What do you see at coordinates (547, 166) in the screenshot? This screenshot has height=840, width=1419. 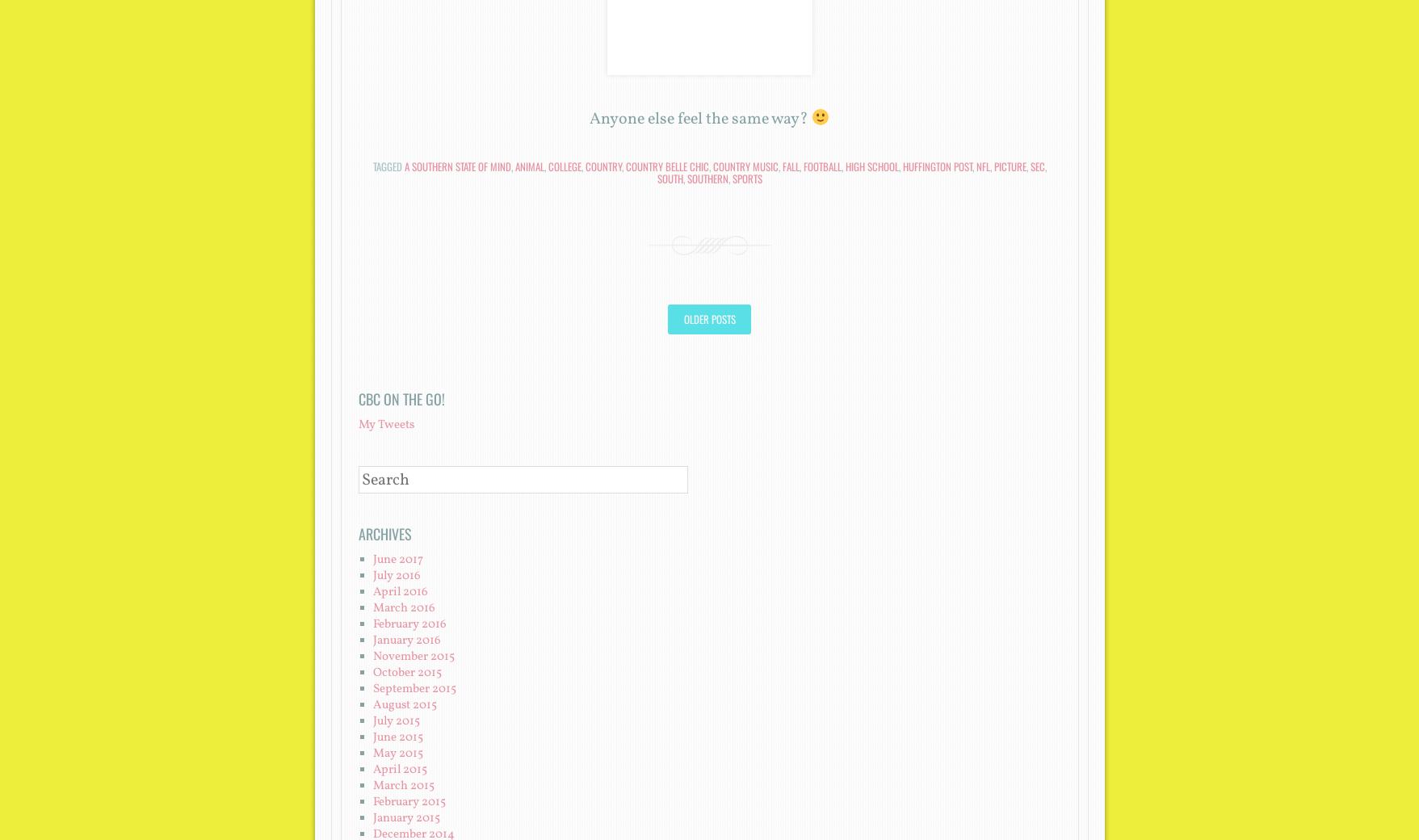 I see `'college'` at bounding box center [547, 166].